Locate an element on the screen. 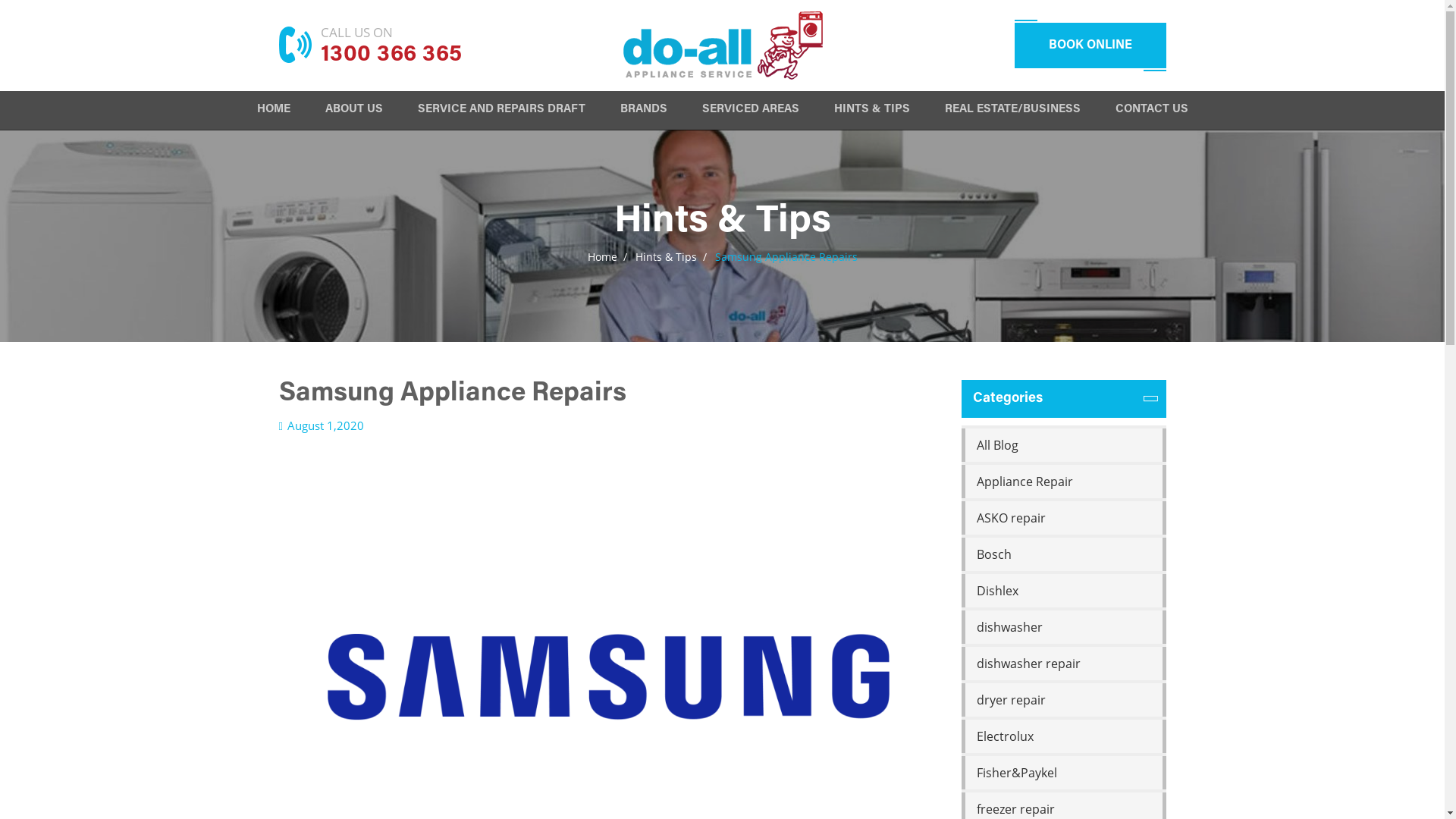 This screenshot has width=1456, height=819. '1300 366 365' is located at coordinates (319, 55).